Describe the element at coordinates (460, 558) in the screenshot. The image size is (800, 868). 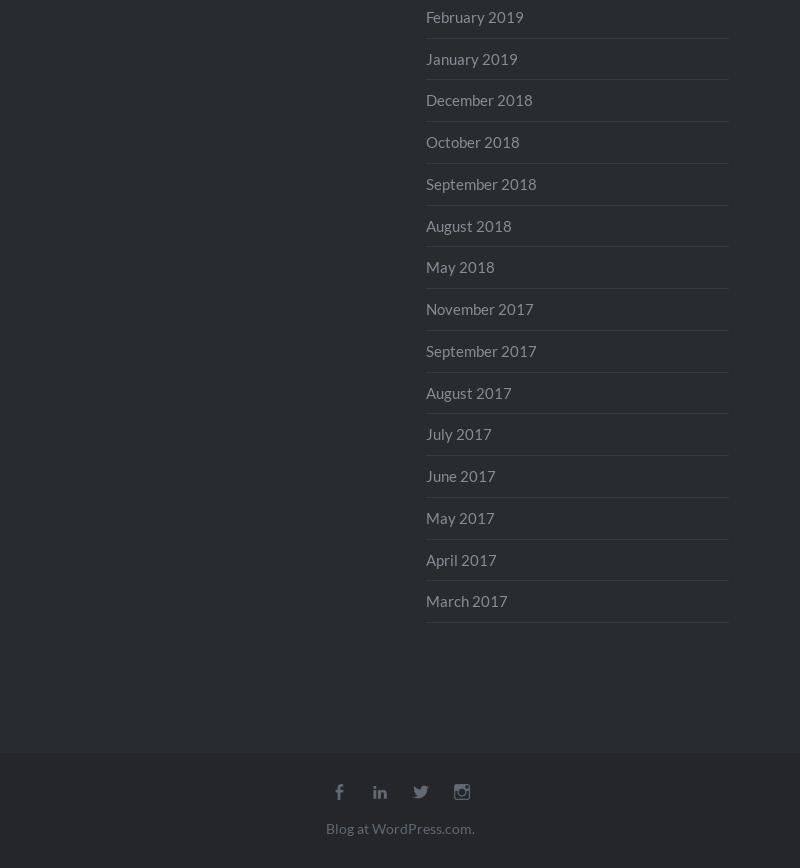
I see `'April 2017'` at that location.